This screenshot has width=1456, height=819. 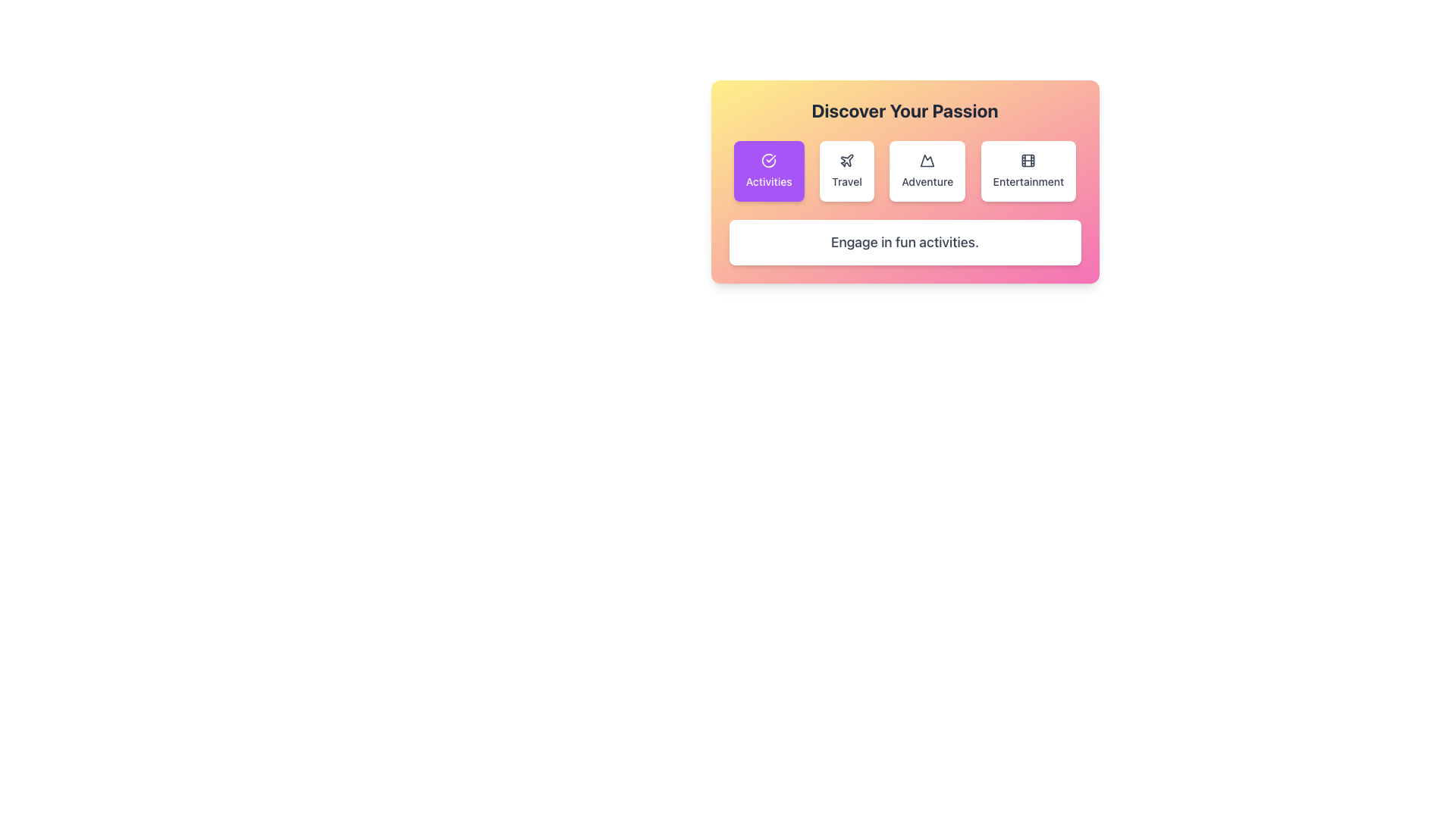 I want to click on the 'Travel' navigation button, which is the second tile among four horizontally arranged tiles, located between 'Activities' and 'Adventure', so click(x=846, y=171).